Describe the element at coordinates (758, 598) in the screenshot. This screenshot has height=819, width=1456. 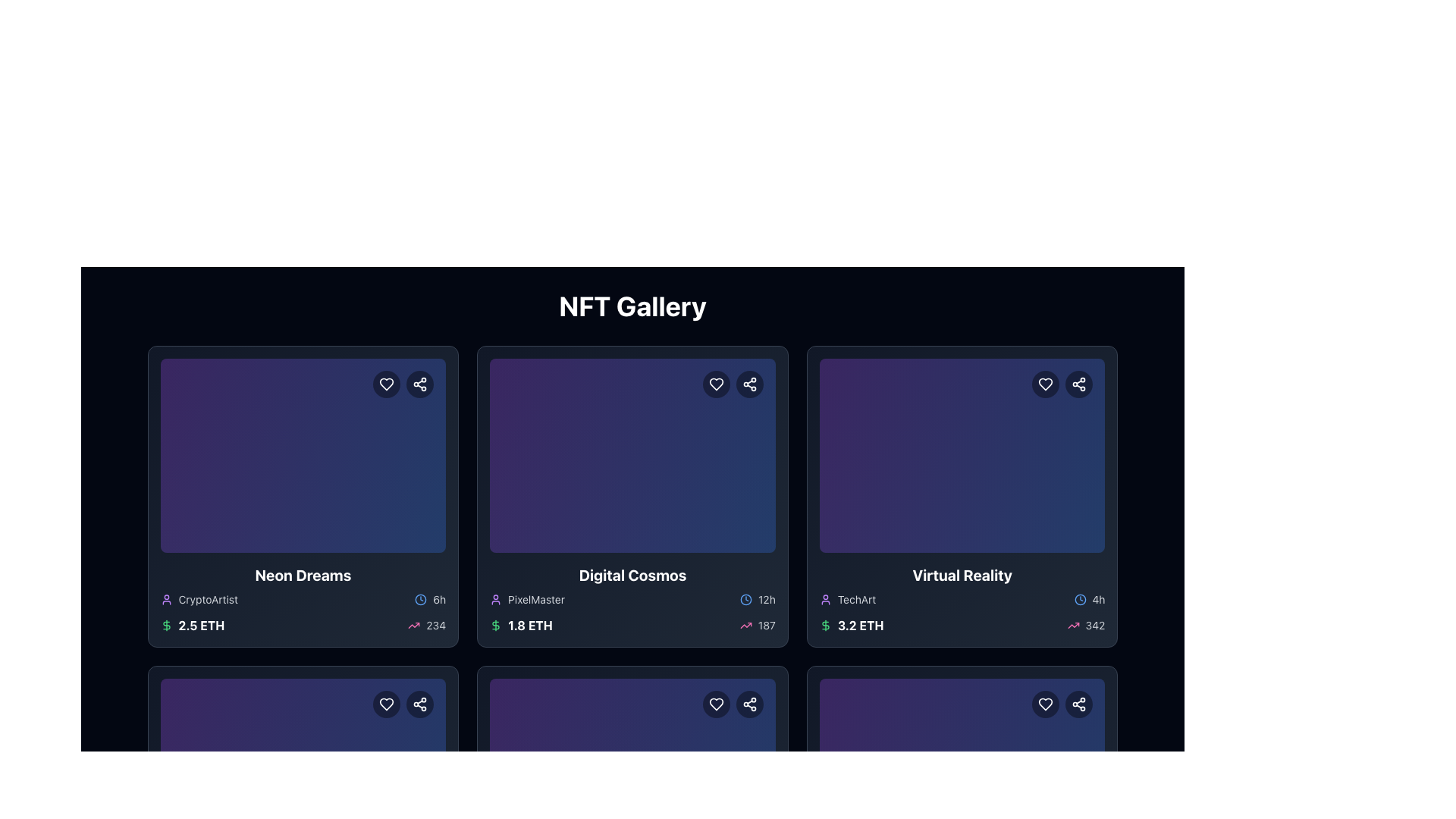
I see `the time indicator element located in the lower right section of the 'Digital Cosmos' card` at that location.